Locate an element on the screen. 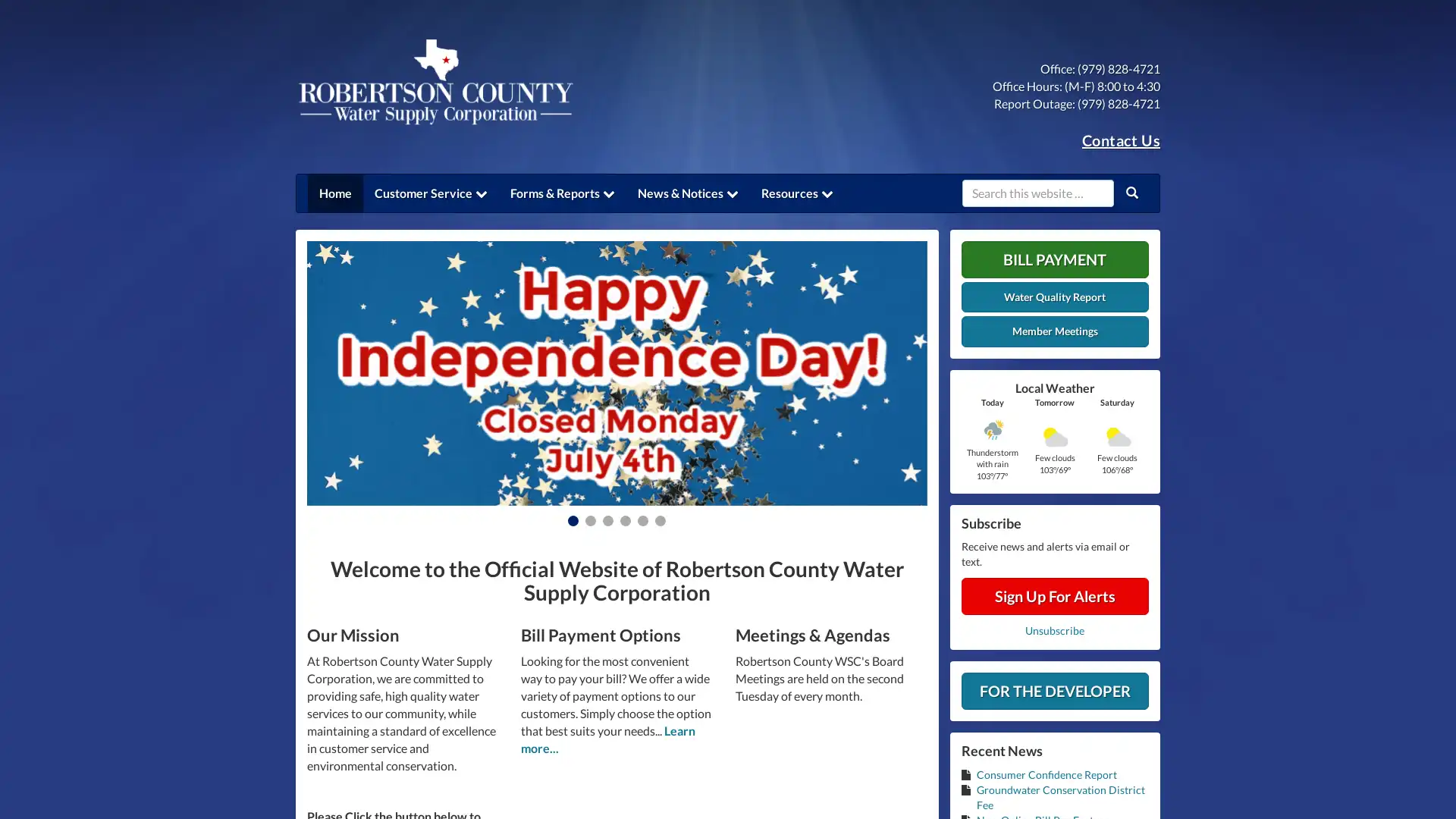  Search is located at coordinates (1131, 192).